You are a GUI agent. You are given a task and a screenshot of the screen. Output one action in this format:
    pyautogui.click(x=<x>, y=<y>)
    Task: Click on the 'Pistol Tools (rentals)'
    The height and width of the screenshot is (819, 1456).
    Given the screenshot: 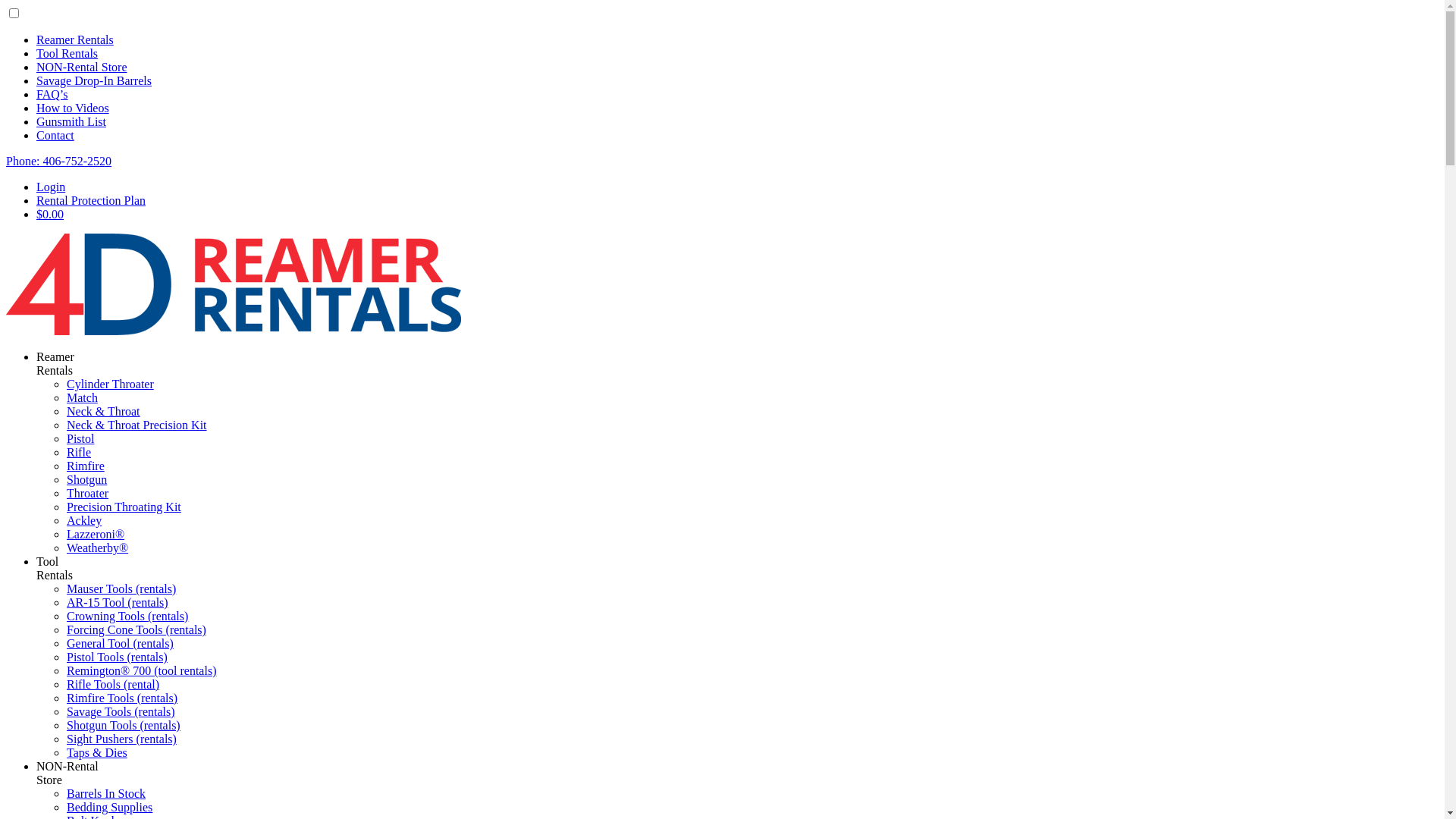 What is the action you would take?
    pyautogui.click(x=116, y=656)
    